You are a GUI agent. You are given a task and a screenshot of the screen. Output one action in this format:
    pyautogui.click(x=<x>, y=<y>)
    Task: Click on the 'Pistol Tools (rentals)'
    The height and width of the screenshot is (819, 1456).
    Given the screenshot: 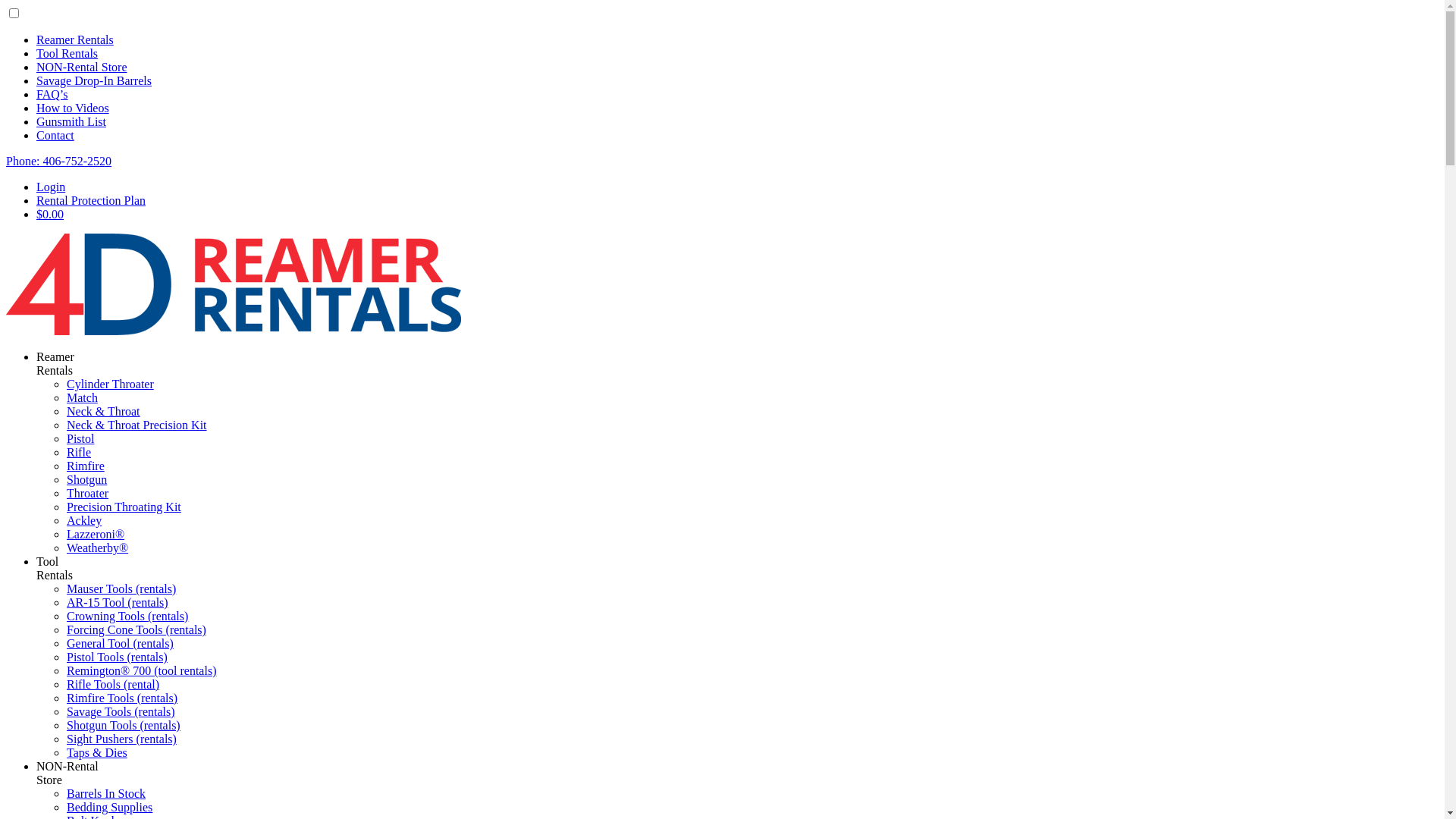 What is the action you would take?
    pyautogui.click(x=116, y=656)
    